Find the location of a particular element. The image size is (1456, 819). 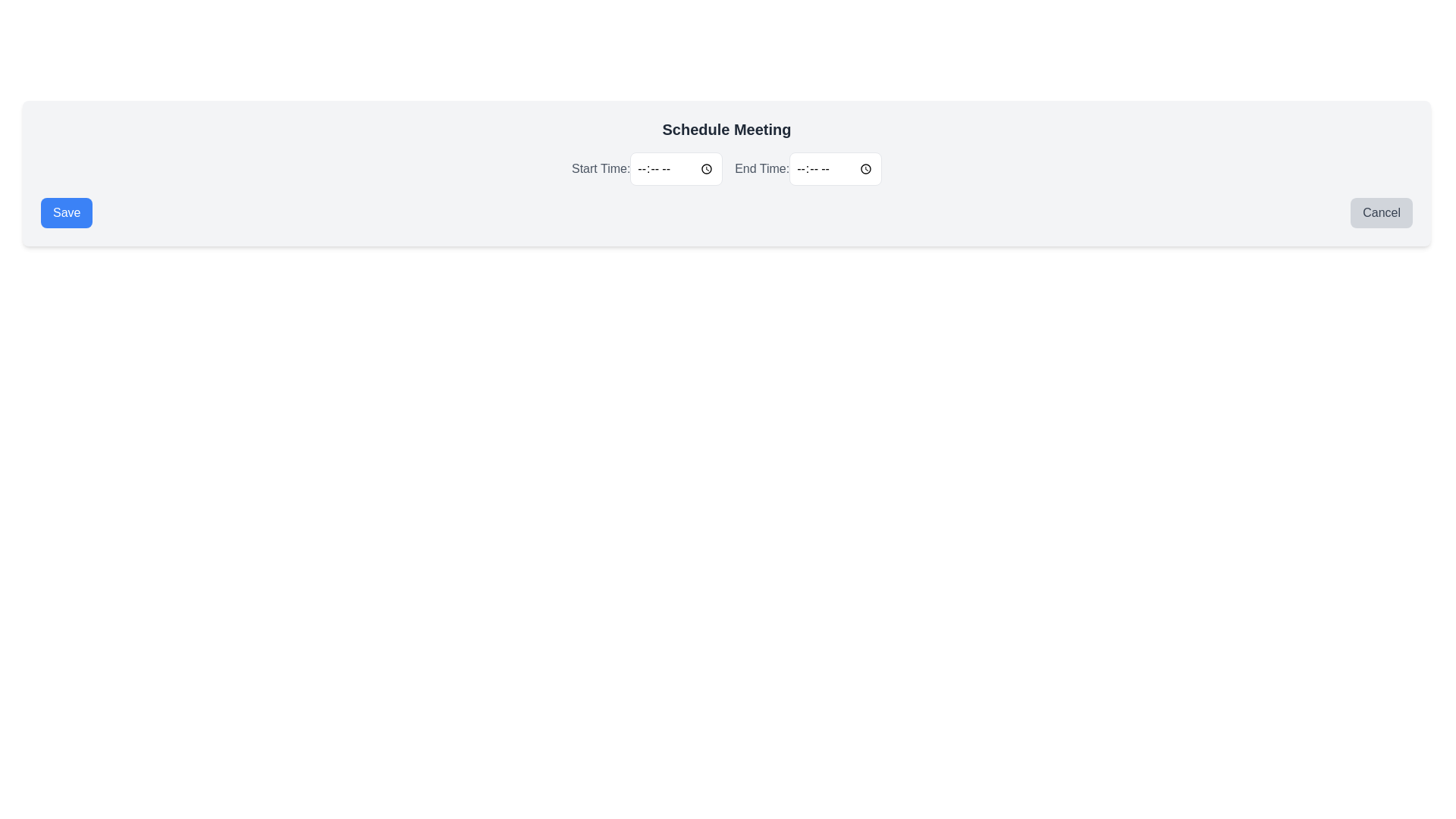

the time-picker input box is located at coordinates (726, 169).